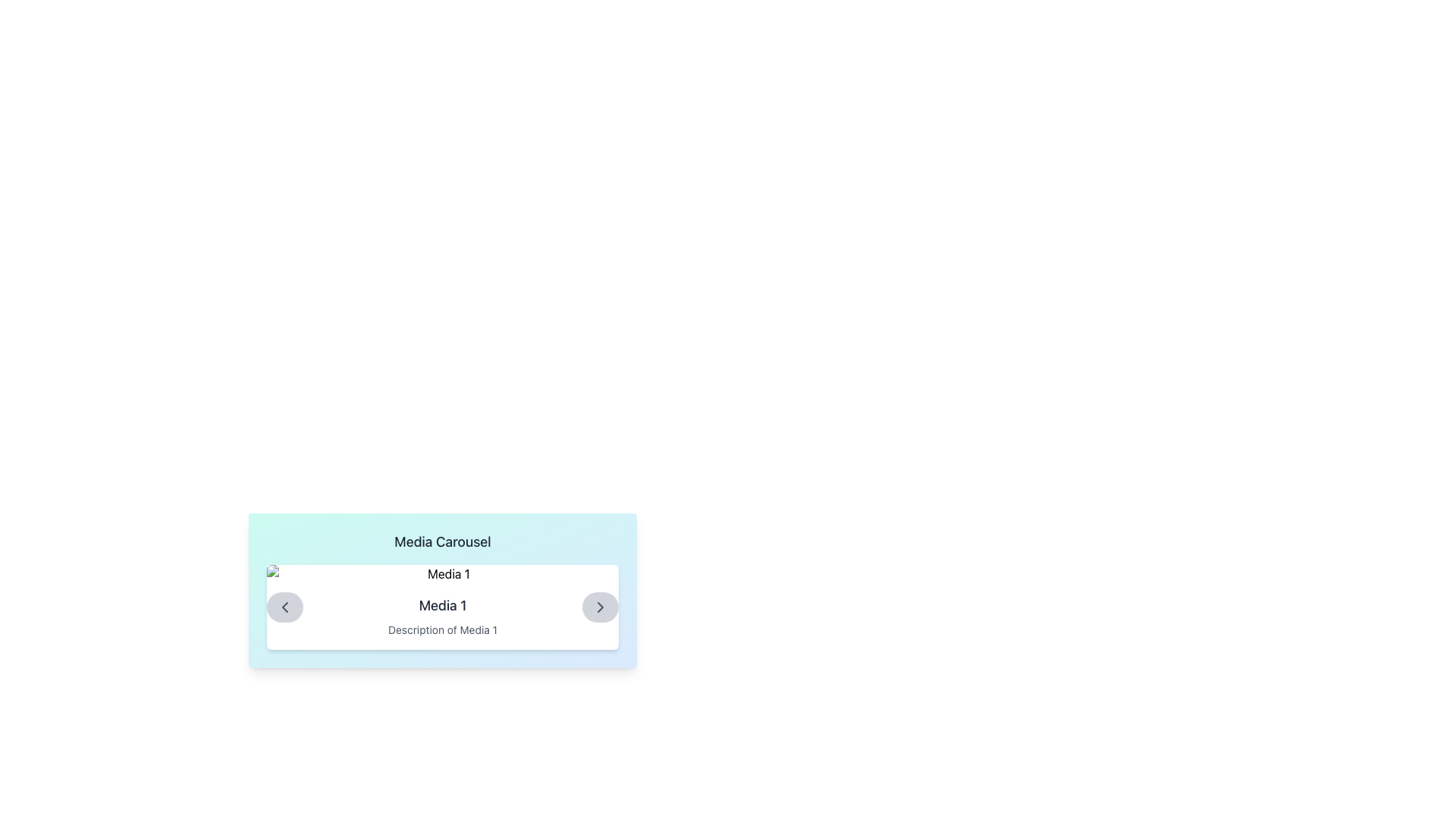  Describe the element at coordinates (284, 607) in the screenshot. I see `the left chevron arrow icon used for navigating to the previous item in the media carousel` at that location.